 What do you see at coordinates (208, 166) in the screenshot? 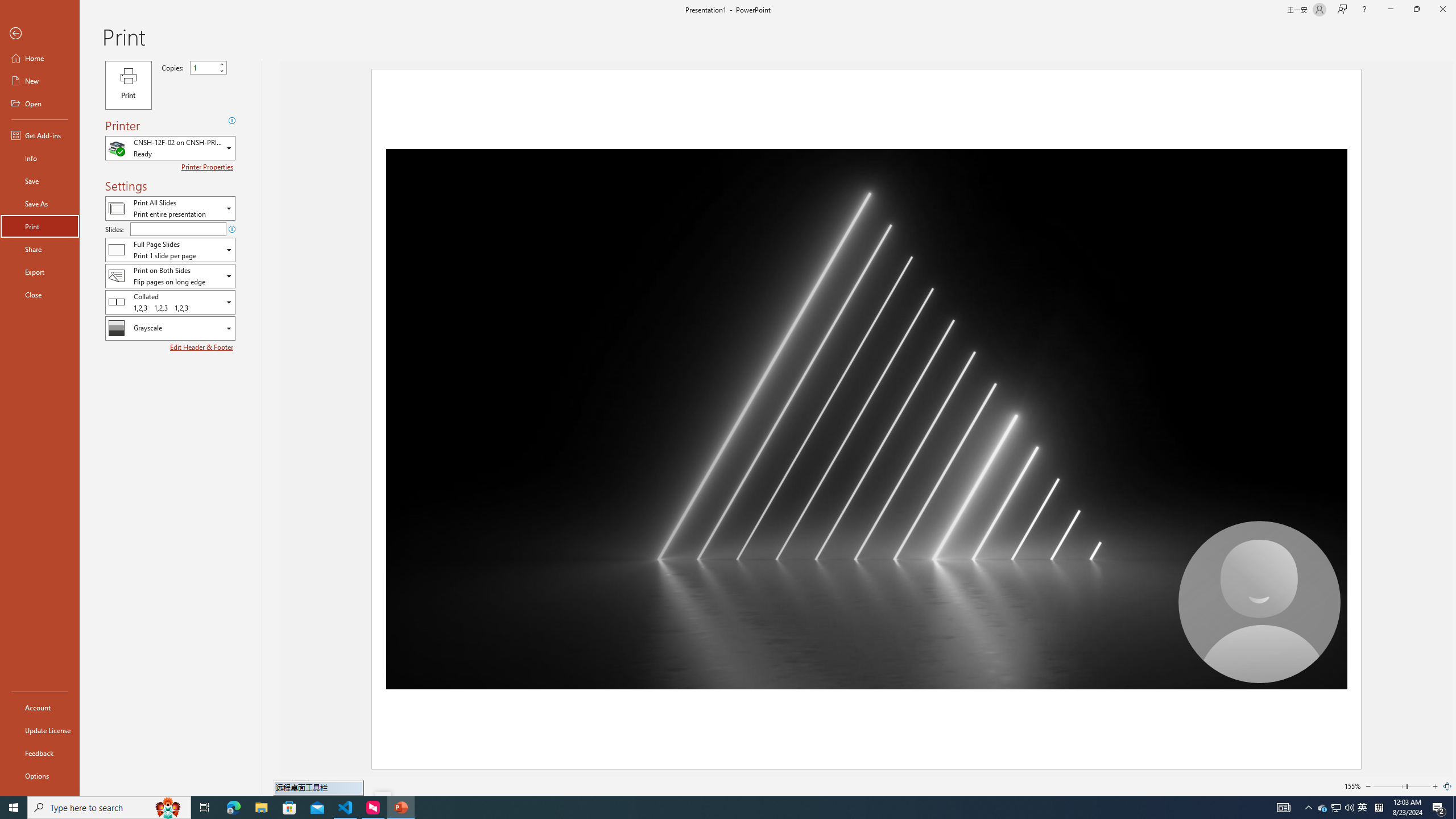
I see `'Printer Properties'` at bounding box center [208, 166].